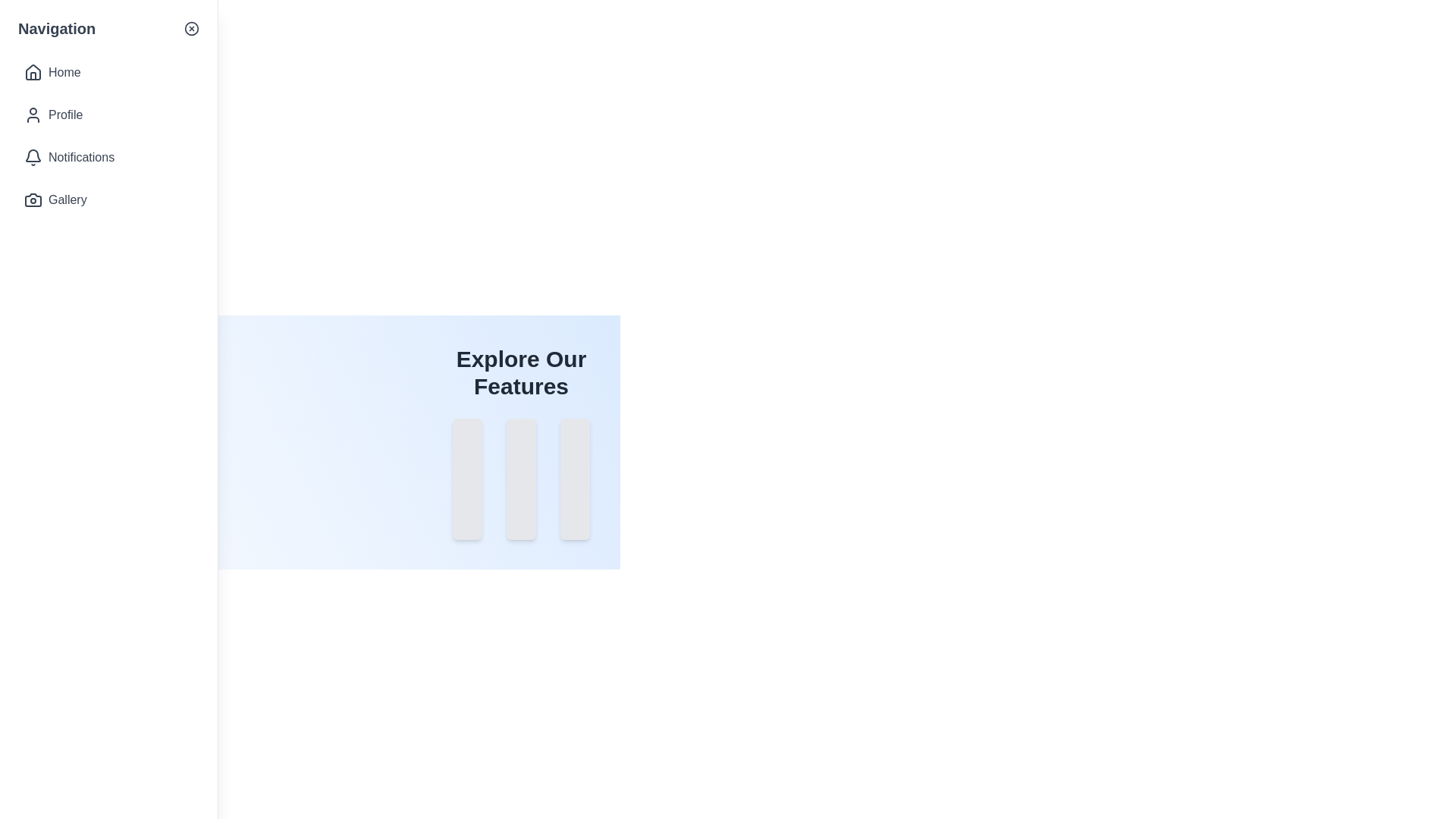 The width and height of the screenshot is (1456, 819). What do you see at coordinates (67, 199) in the screenshot?
I see `the 'Gallery' text label in the vertical navigation menu, located under the 'Notifications' menu item` at bounding box center [67, 199].